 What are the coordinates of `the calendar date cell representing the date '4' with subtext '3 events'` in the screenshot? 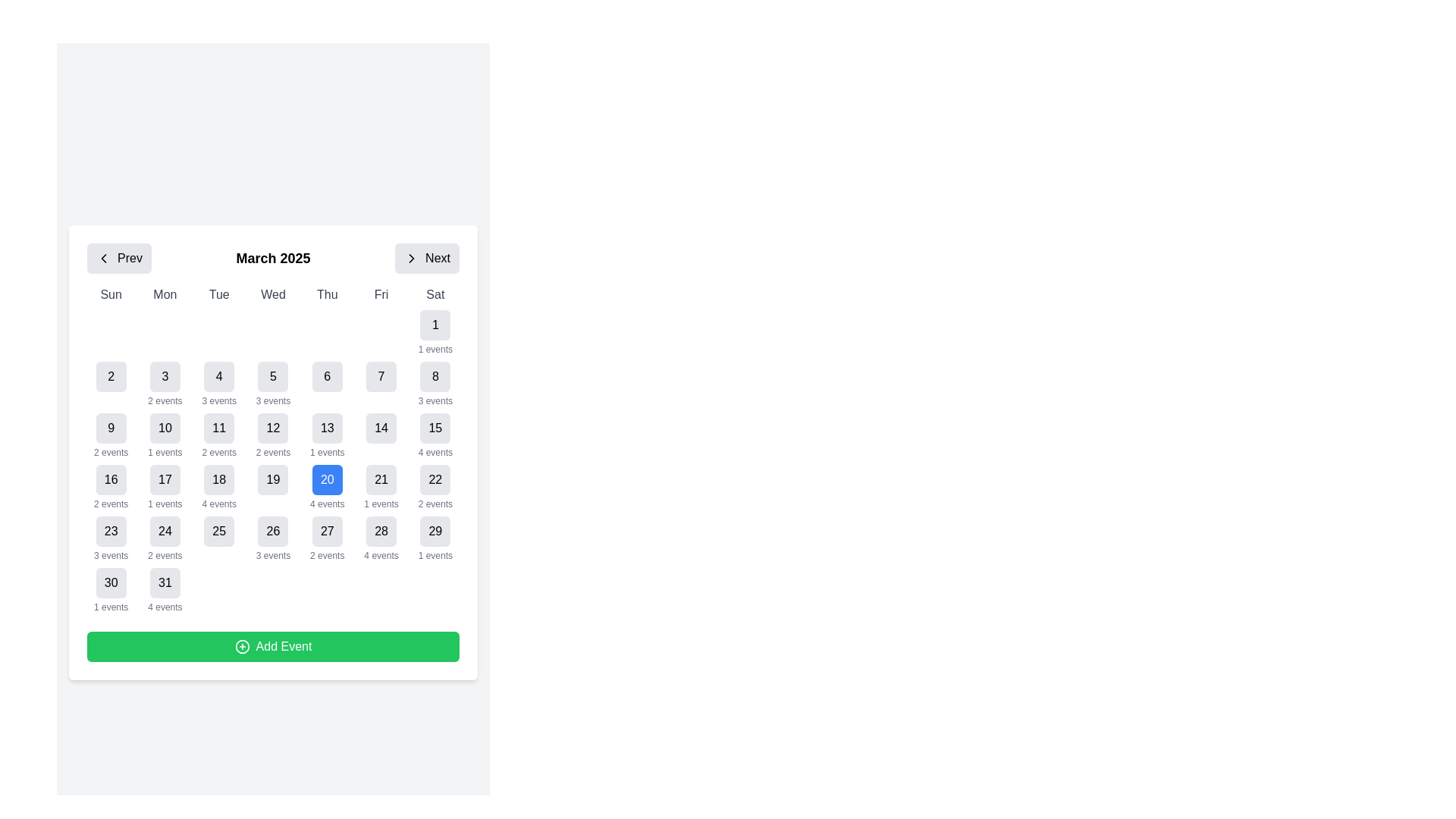 It's located at (218, 383).